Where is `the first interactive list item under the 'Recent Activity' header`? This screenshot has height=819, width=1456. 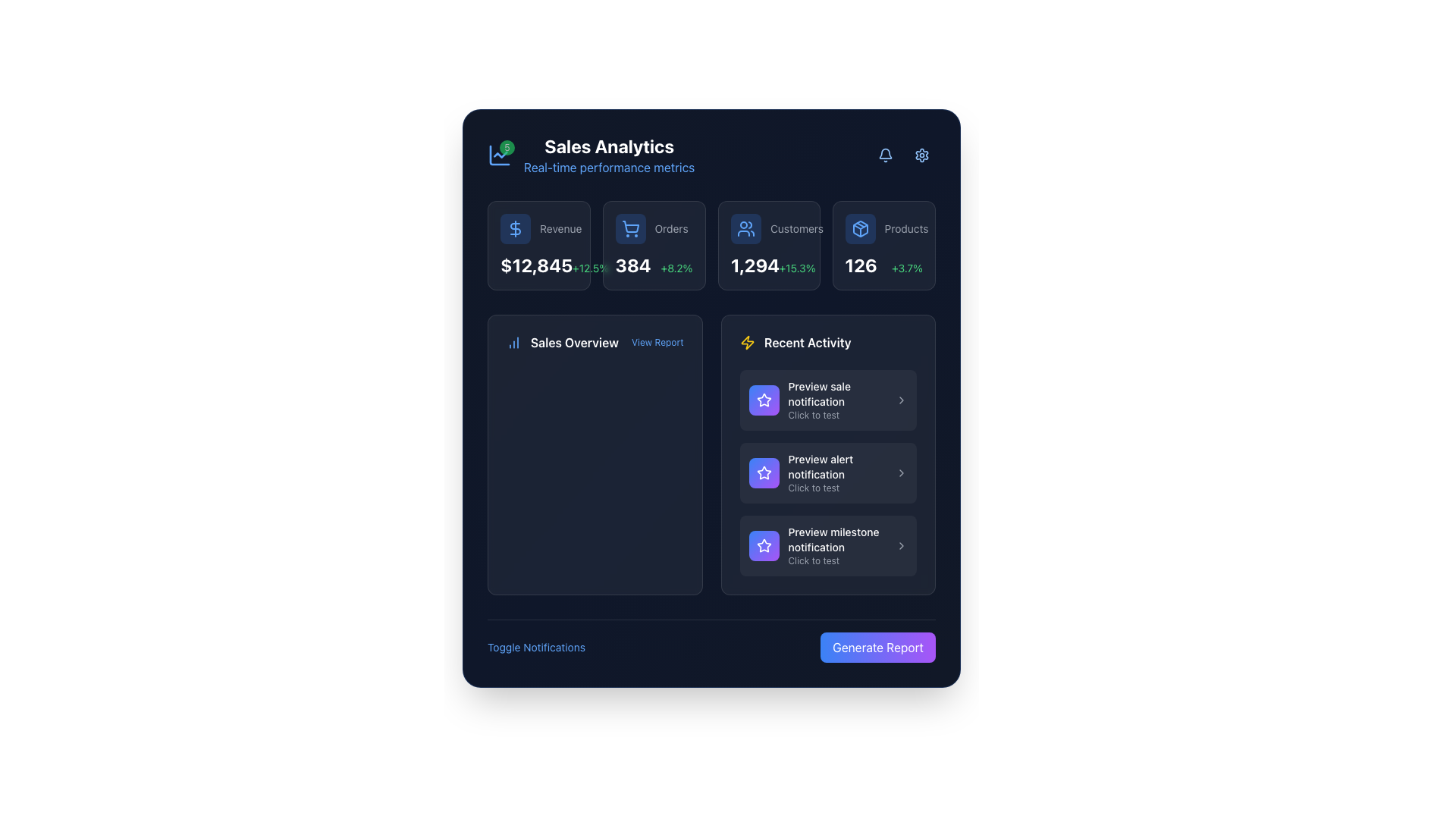 the first interactive list item under the 'Recent Activity' header is located at coordinates (827, 400).